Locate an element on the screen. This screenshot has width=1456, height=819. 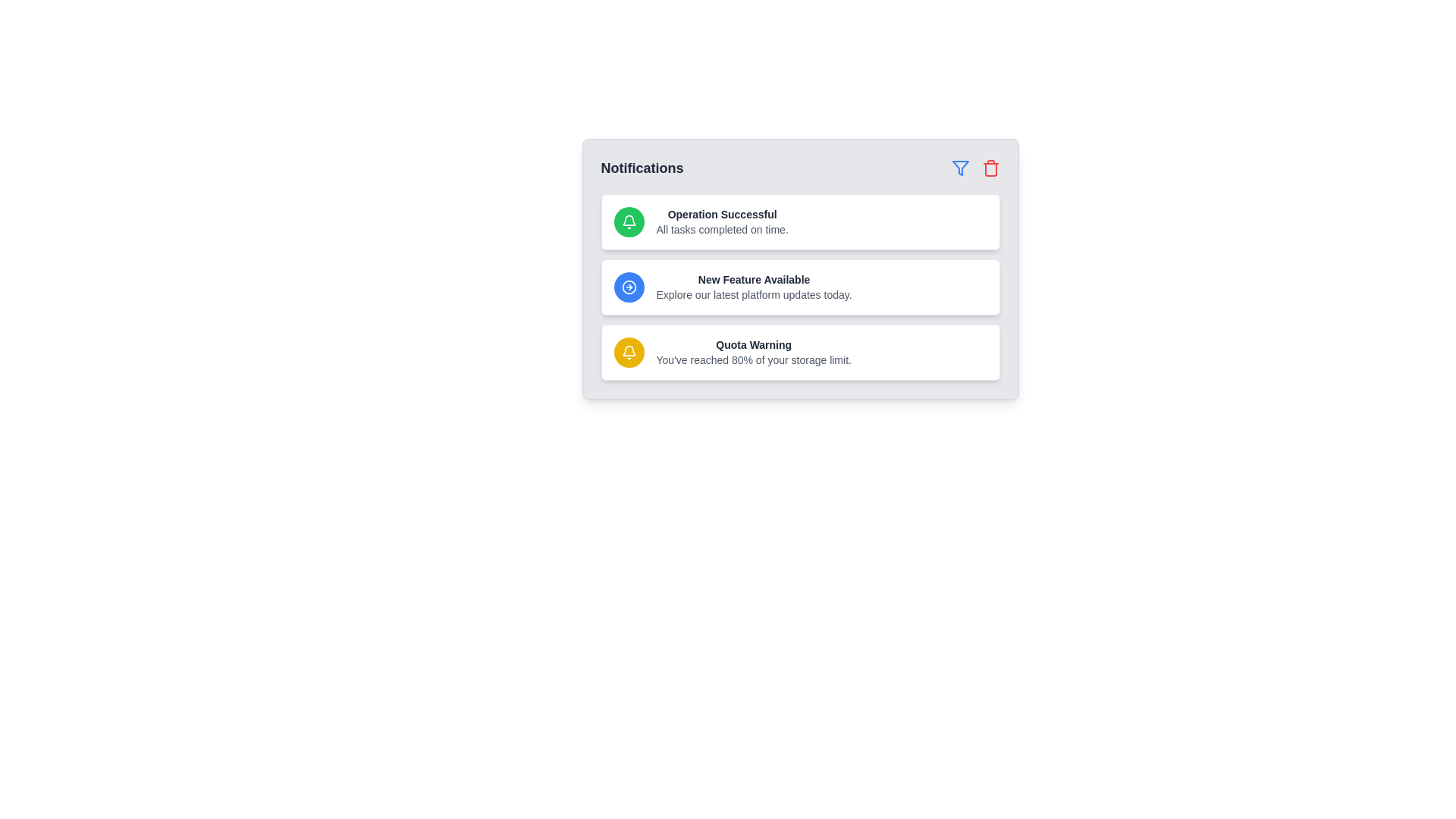
text of the Text label in the first notification card that conveys the status or title of the notification is located at coordinates (721, 214).